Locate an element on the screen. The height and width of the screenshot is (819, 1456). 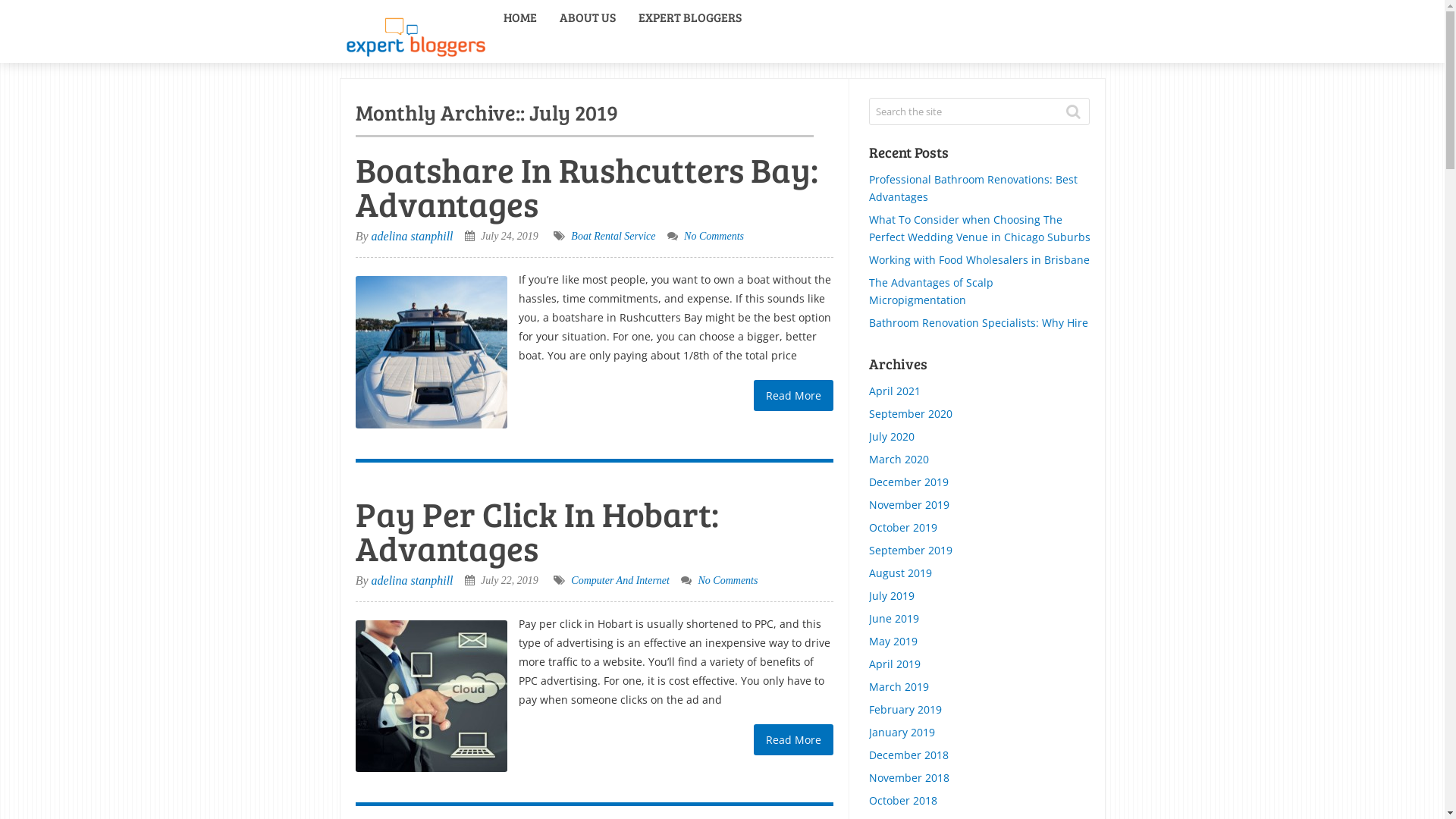
'Computer And Internet' is located at coordinates (570, 580).